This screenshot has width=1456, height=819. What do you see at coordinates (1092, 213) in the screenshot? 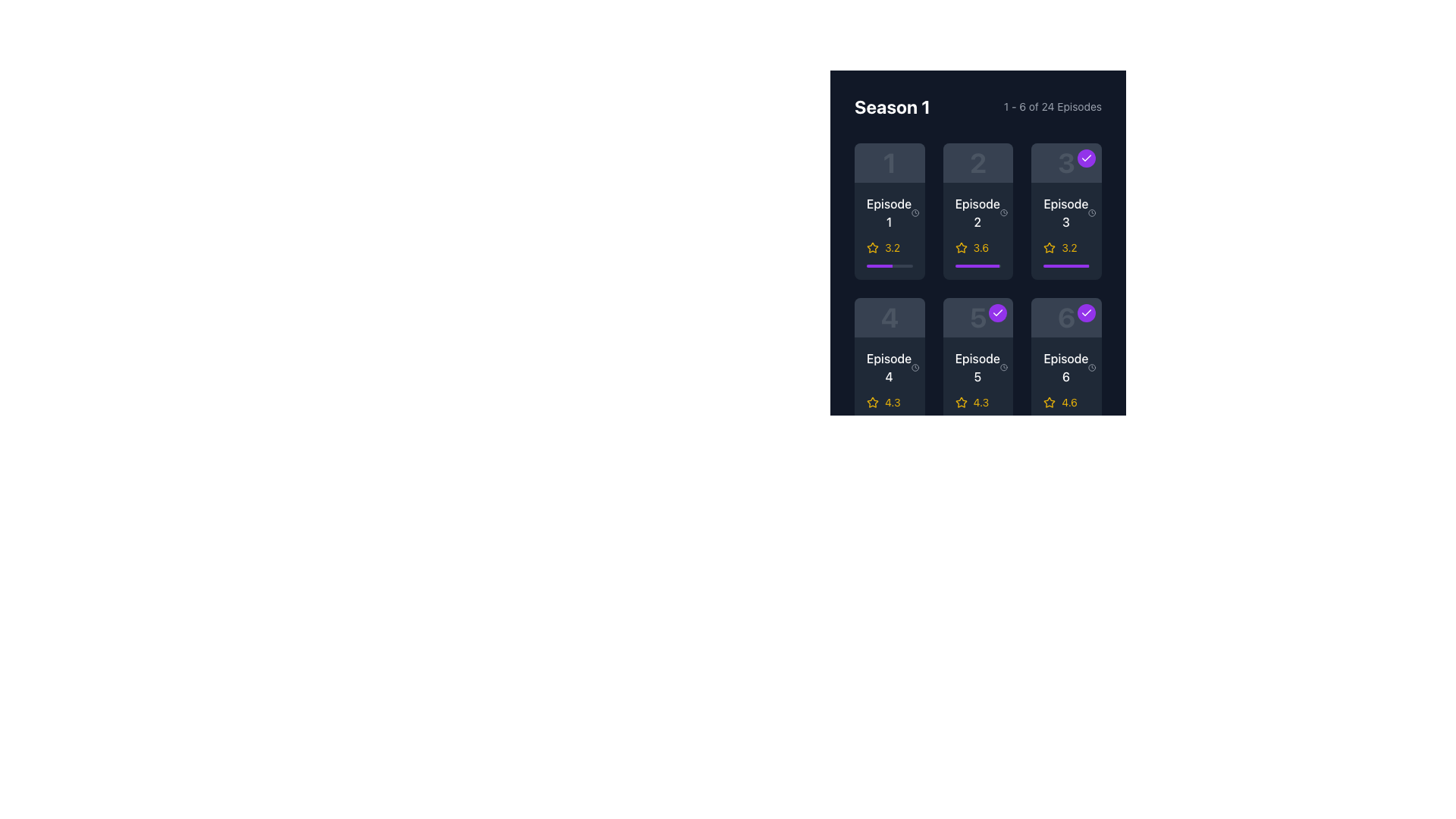
I see `Circle element located at the center of the SVG graphic in the top-right corner of the card labeled '3' for debugging purposes` at bounding box center [1092, 213].